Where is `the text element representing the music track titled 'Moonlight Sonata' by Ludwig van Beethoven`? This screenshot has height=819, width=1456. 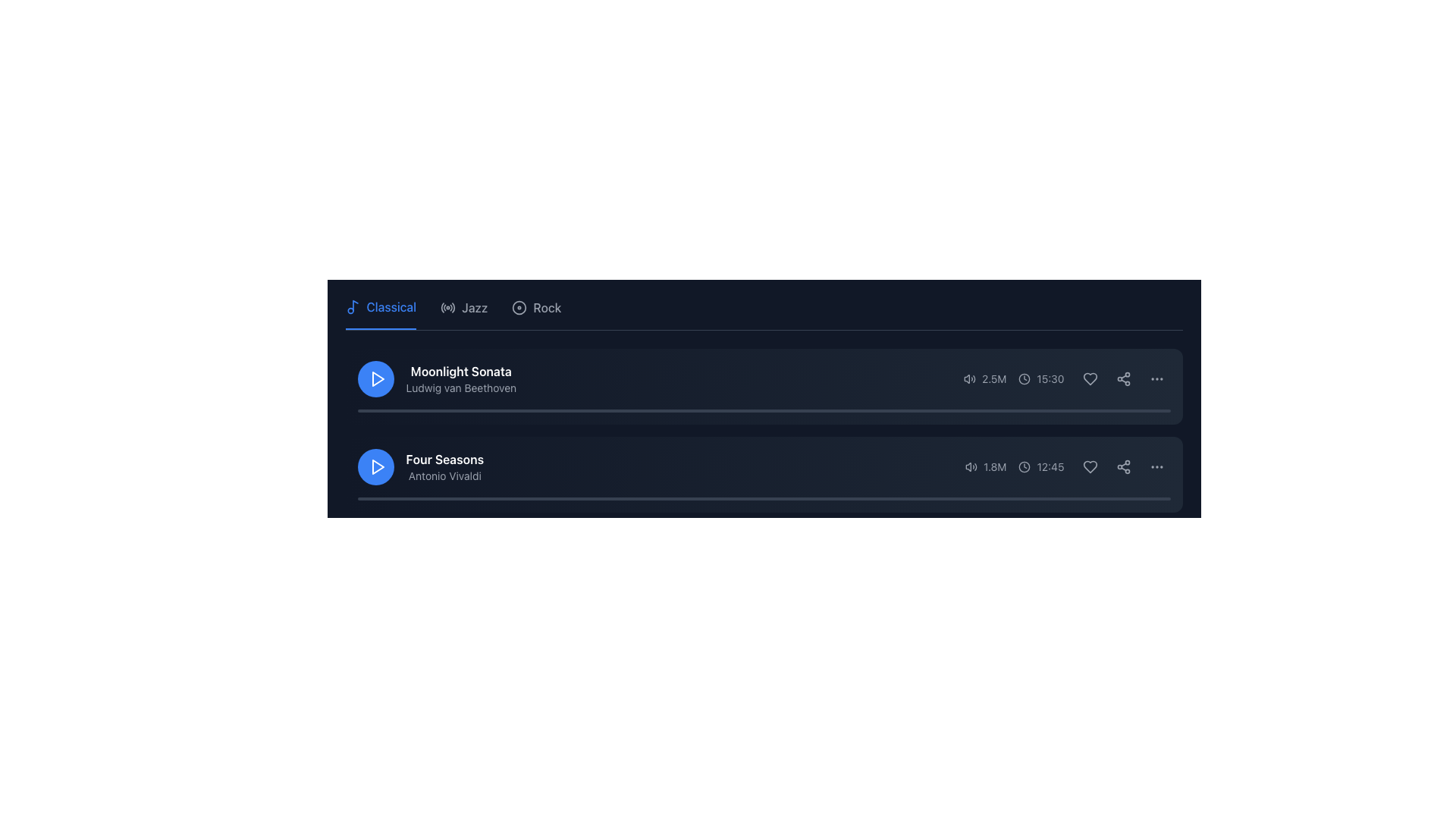
the text element representing the music track titled 'Moonlight Sonata' by Ludwig van Beethoven is located at coordinates (436, 378).